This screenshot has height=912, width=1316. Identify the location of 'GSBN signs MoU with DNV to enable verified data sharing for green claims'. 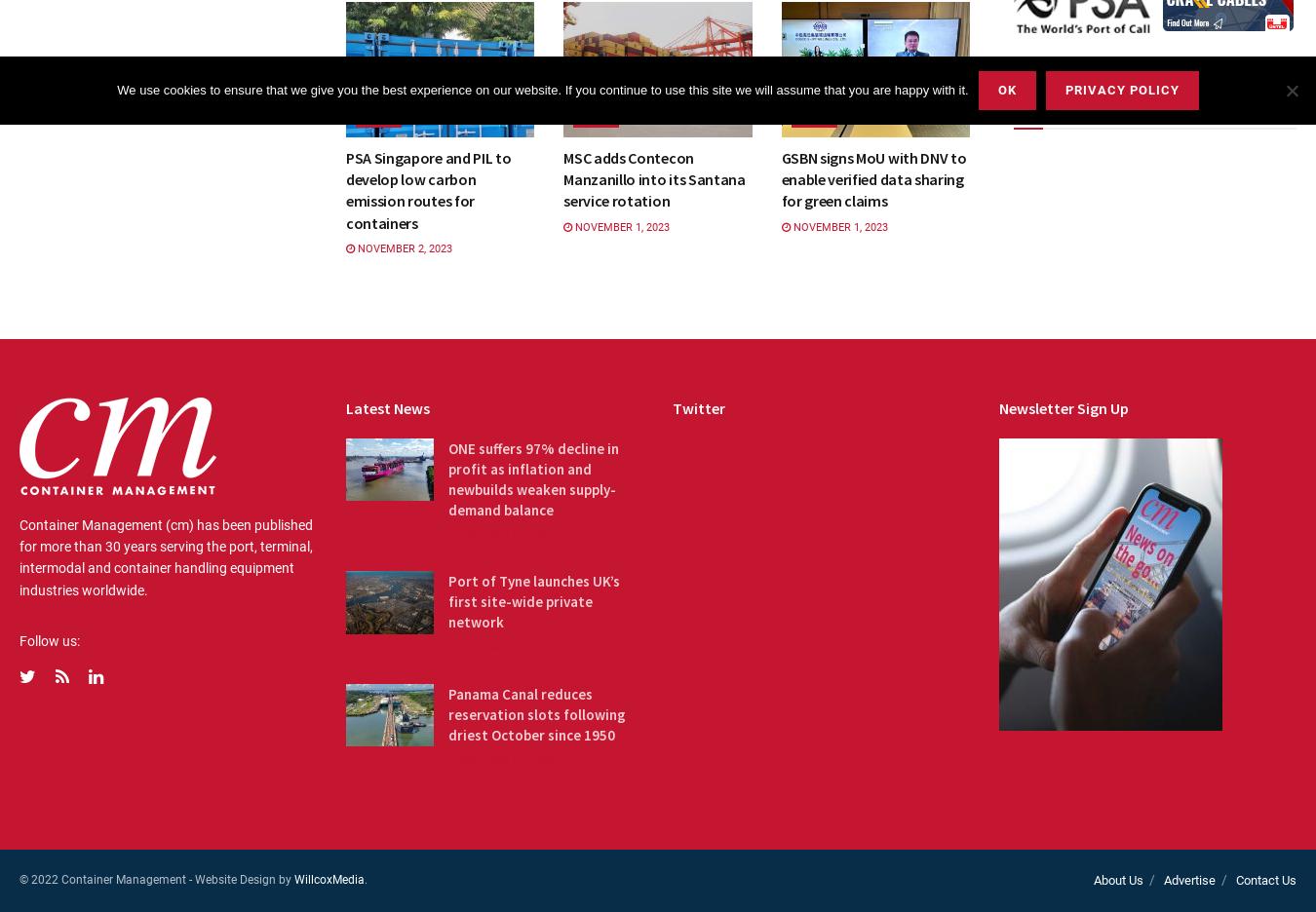
(872, 177).